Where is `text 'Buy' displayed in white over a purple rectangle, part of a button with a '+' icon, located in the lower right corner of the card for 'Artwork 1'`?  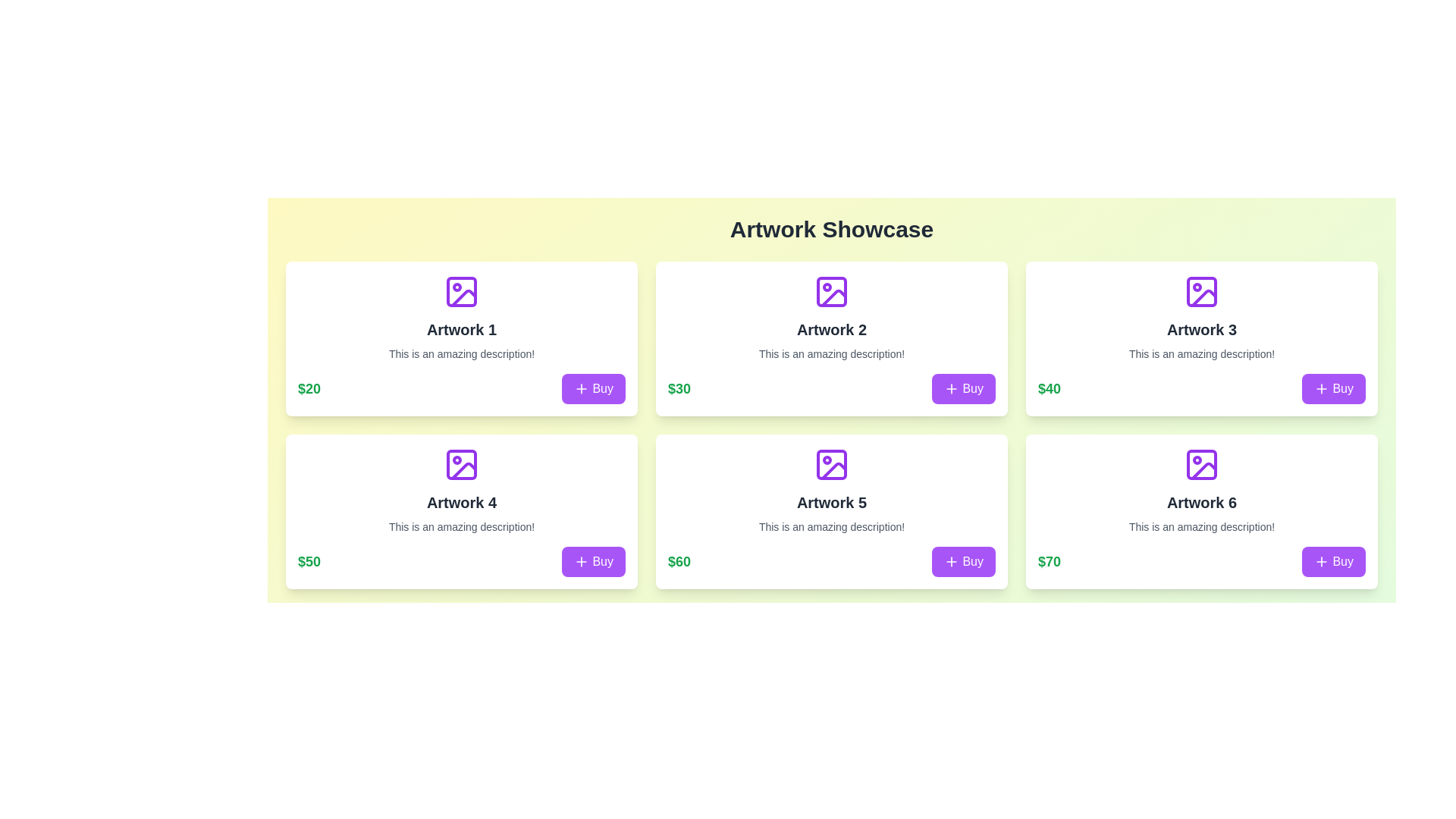 text 'Buy' displayed in white over a purple rectangle, part of a button with a '+' icon, located in the lower right corner of the card for 'Artwork 1' is located at coordinates (602, 388).